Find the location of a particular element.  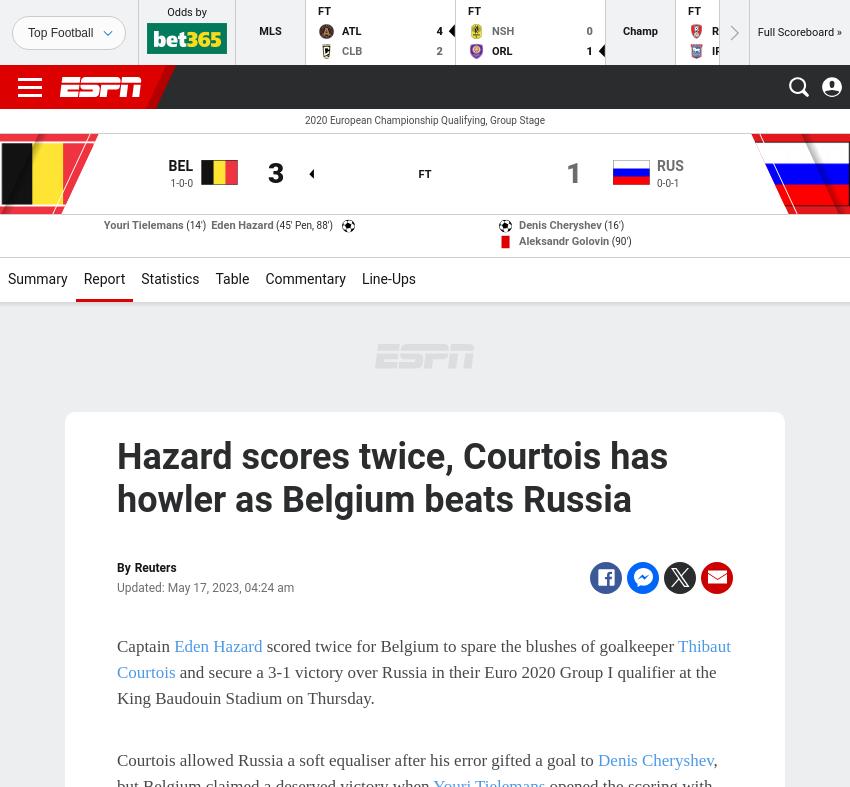

'RUS' is located at coordinates (669, 165).